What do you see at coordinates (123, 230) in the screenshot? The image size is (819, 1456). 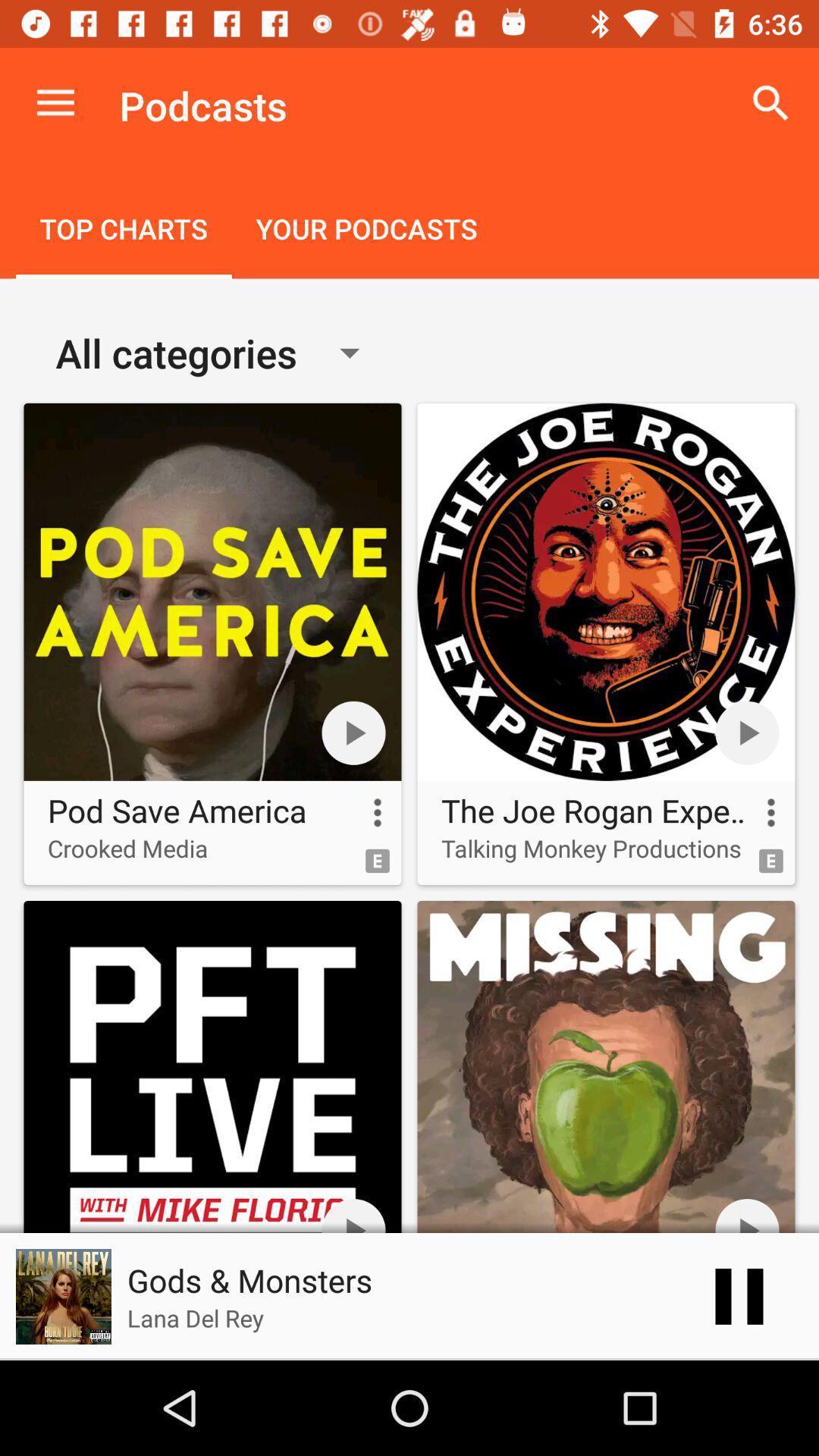 I see `the icon to the left of the your podcasts icon` at bounding box center [123, 230].